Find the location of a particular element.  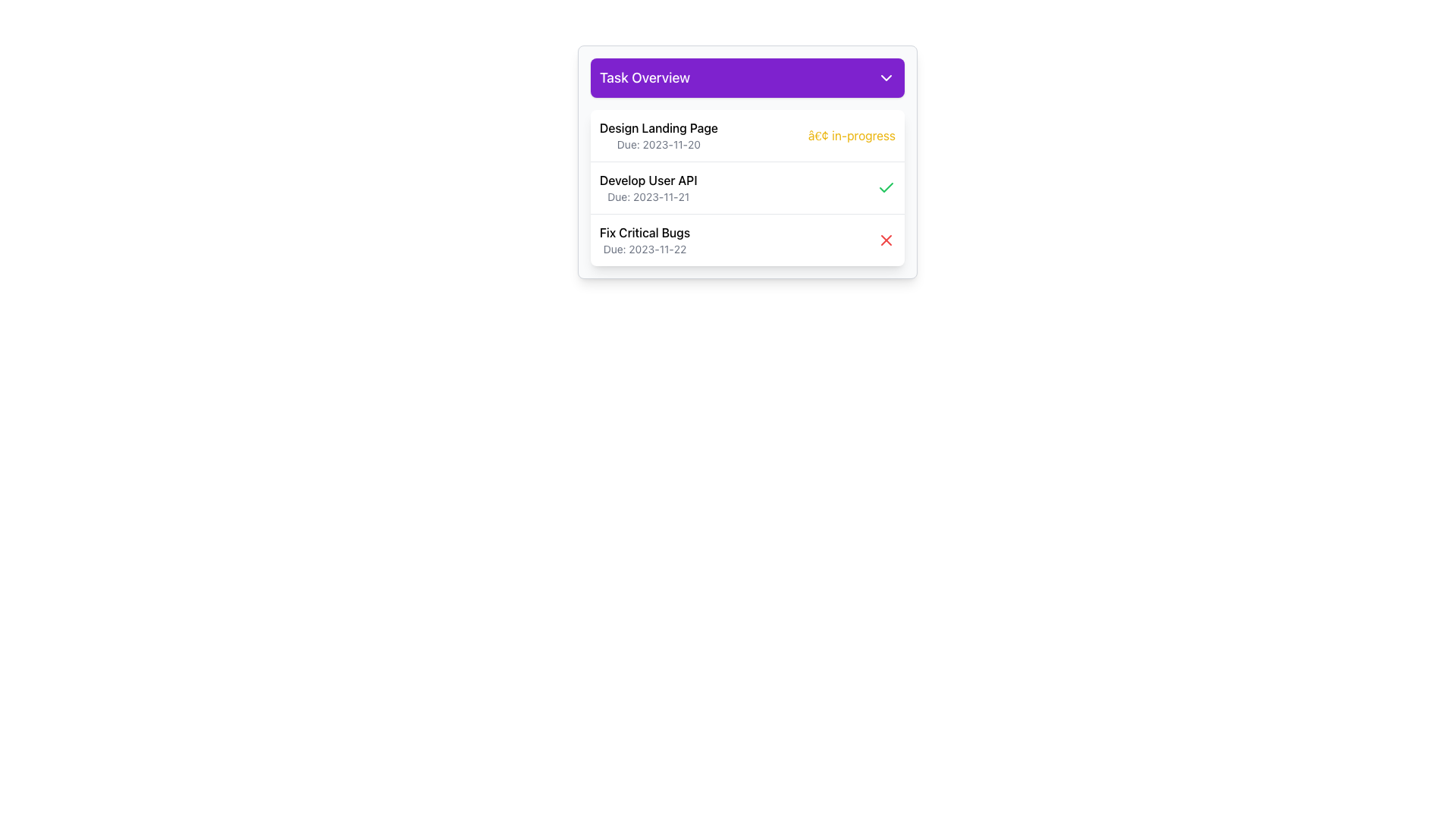

the red close icon shaped like an 'X' located at the far-right of the task list labeled 'Fix Critical Bugs' is located at coordinates (886, 239).